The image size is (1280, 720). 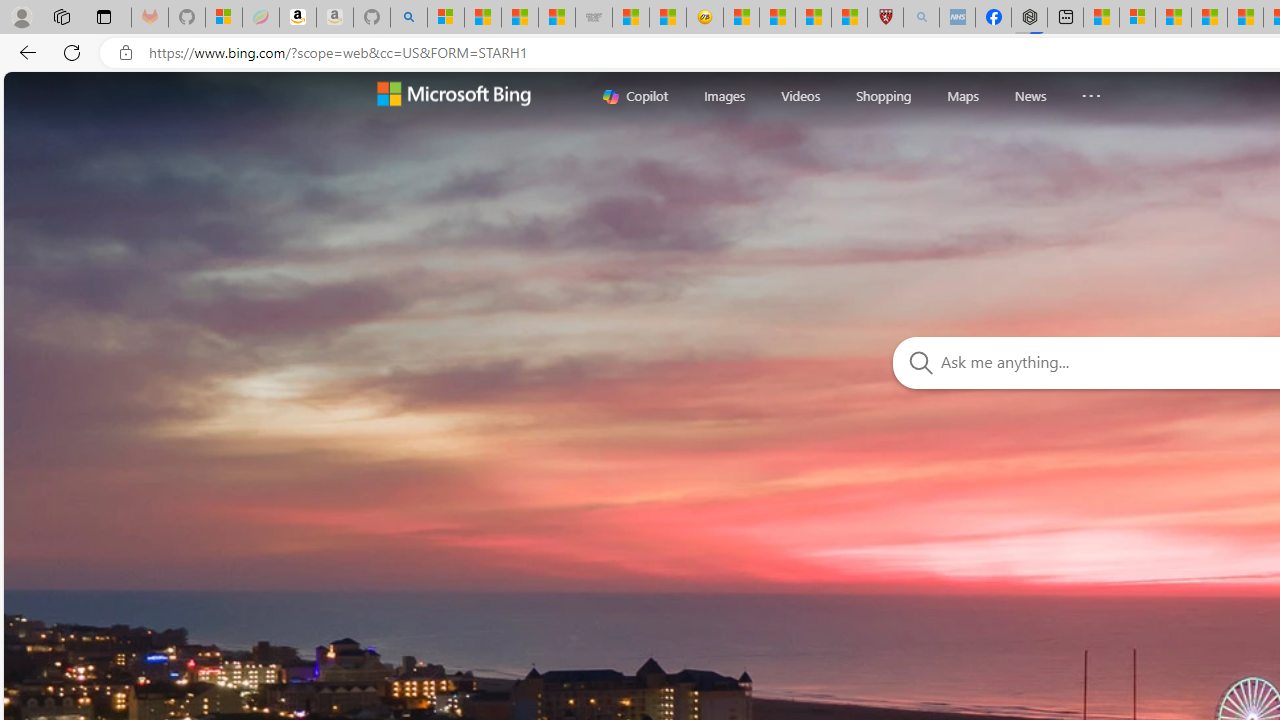 What do you see at coordinates (724, 95) in the screenshot?
I see `'Images'` at bounding box center [724, 95].